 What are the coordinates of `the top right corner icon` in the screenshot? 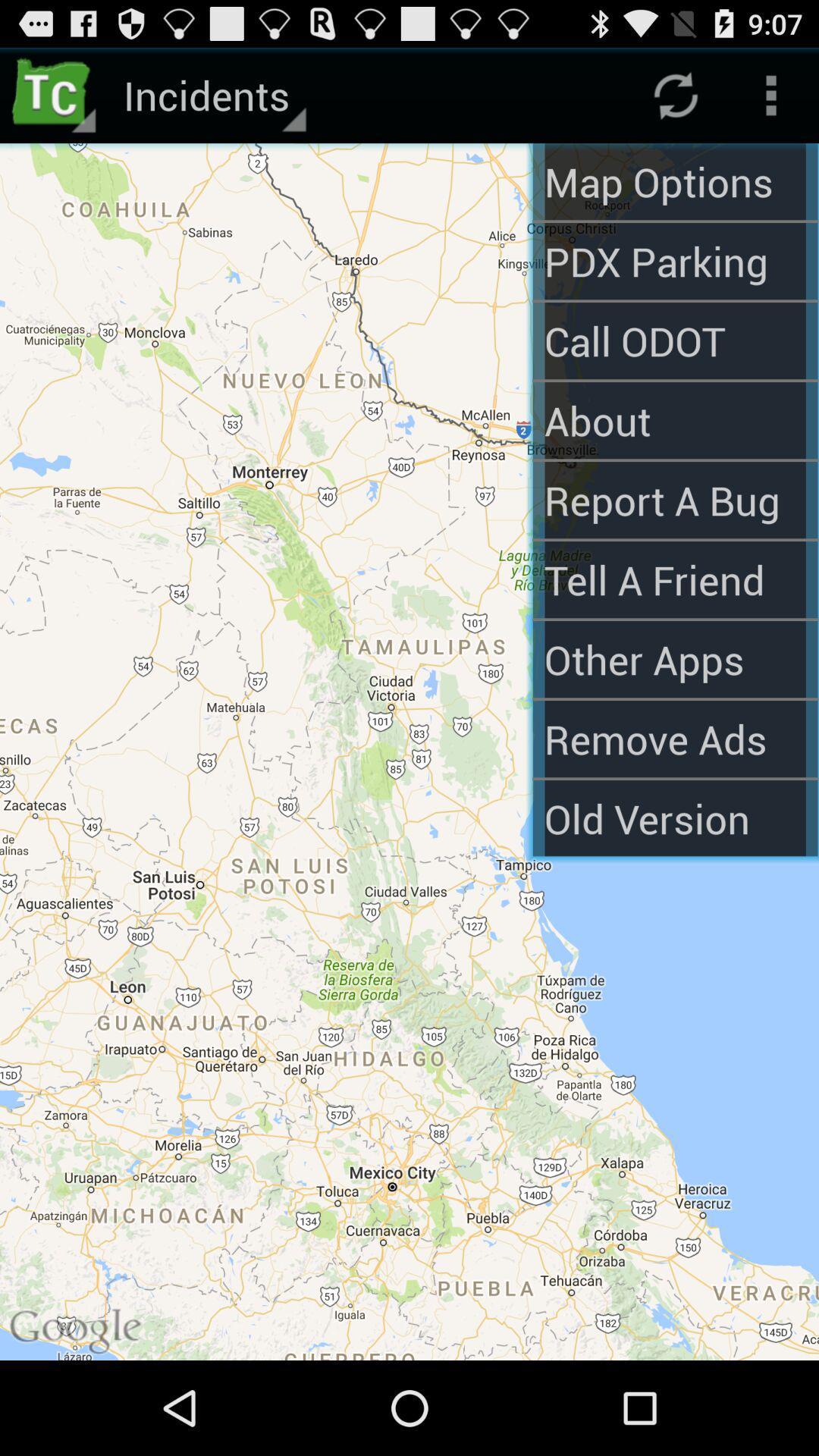 It's located at (771, 94).